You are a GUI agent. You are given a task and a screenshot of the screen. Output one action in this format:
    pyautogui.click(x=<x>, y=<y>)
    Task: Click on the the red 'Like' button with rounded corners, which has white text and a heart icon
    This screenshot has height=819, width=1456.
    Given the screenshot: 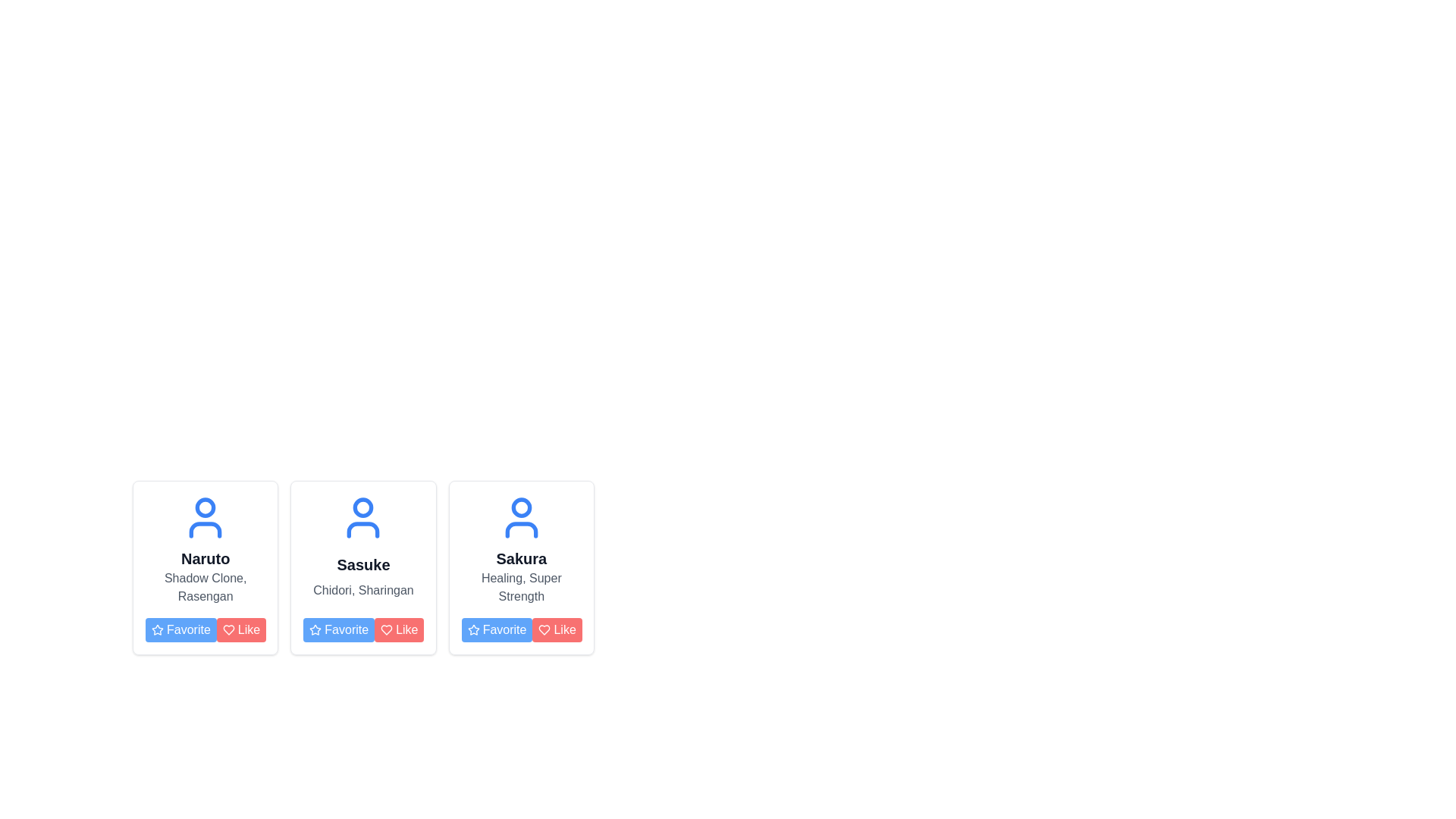 What is the action you would take?
    pyautogui.click(x=240, y=629)
    